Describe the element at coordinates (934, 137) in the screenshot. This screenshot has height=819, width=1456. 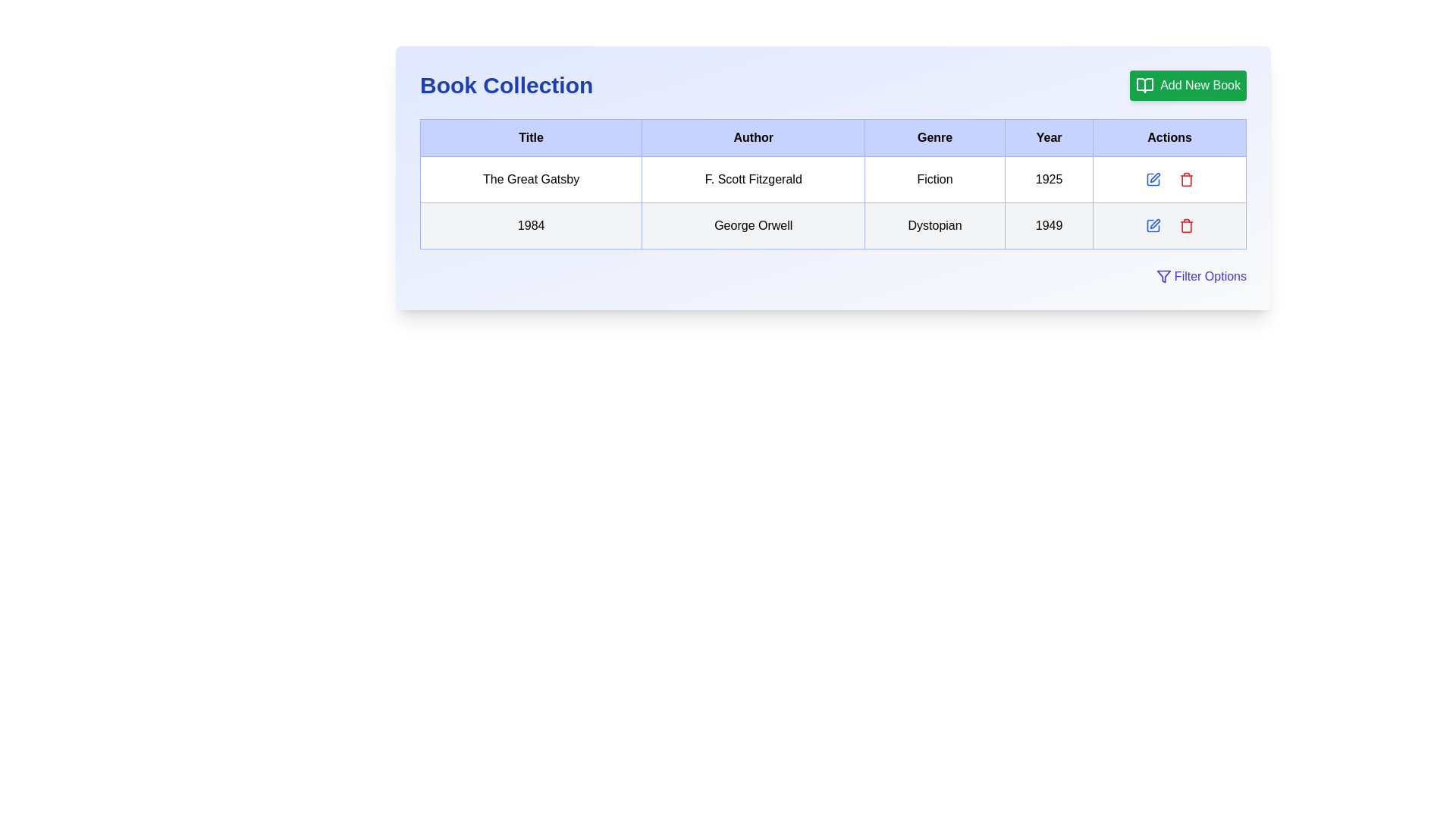
I see `the 'Genre' text label, which is a bold black text on a blue background, located in the third column header of a table between 'Author' and 'Year'` at that location.